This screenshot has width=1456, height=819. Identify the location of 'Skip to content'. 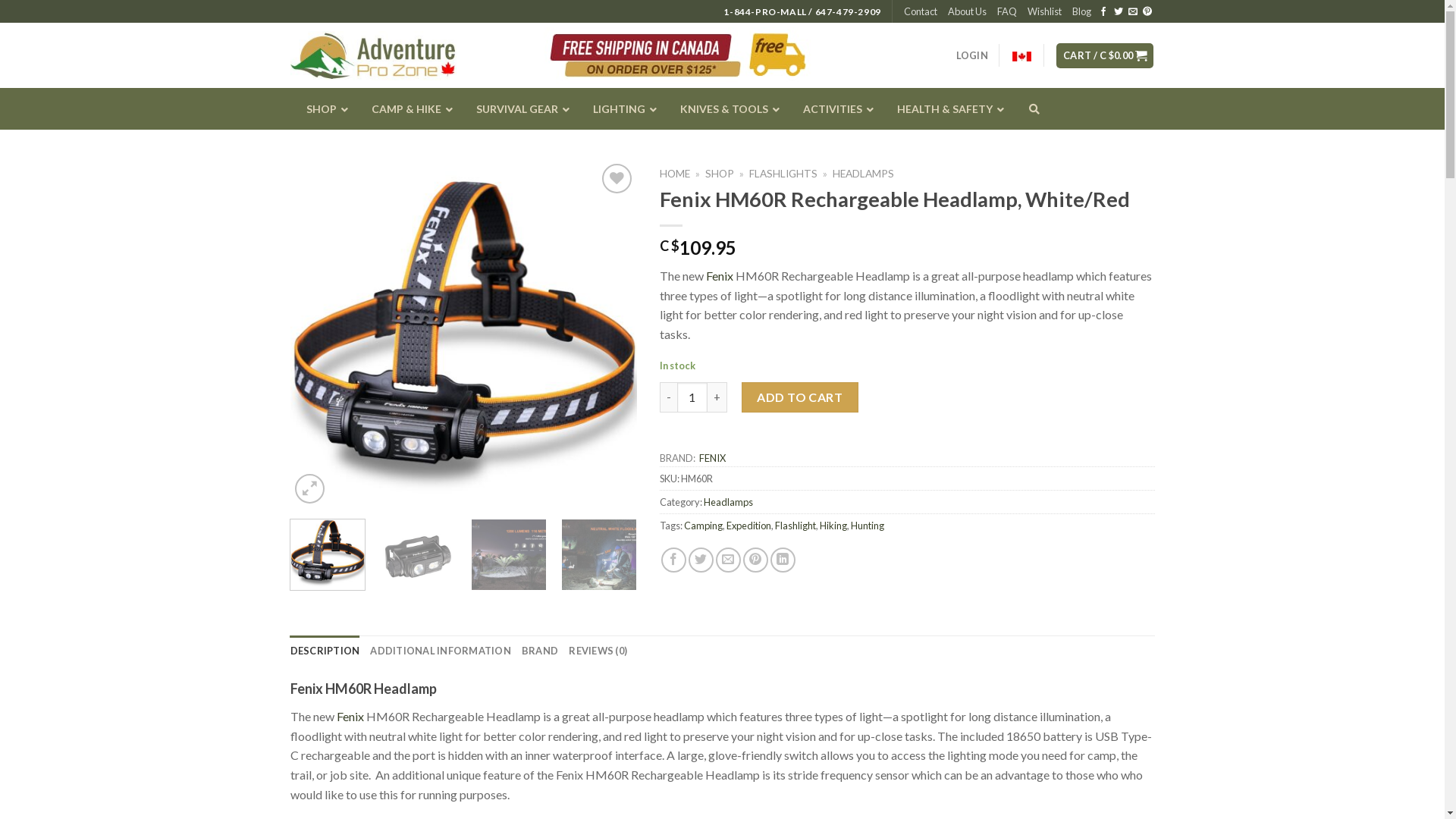
(0, 0).